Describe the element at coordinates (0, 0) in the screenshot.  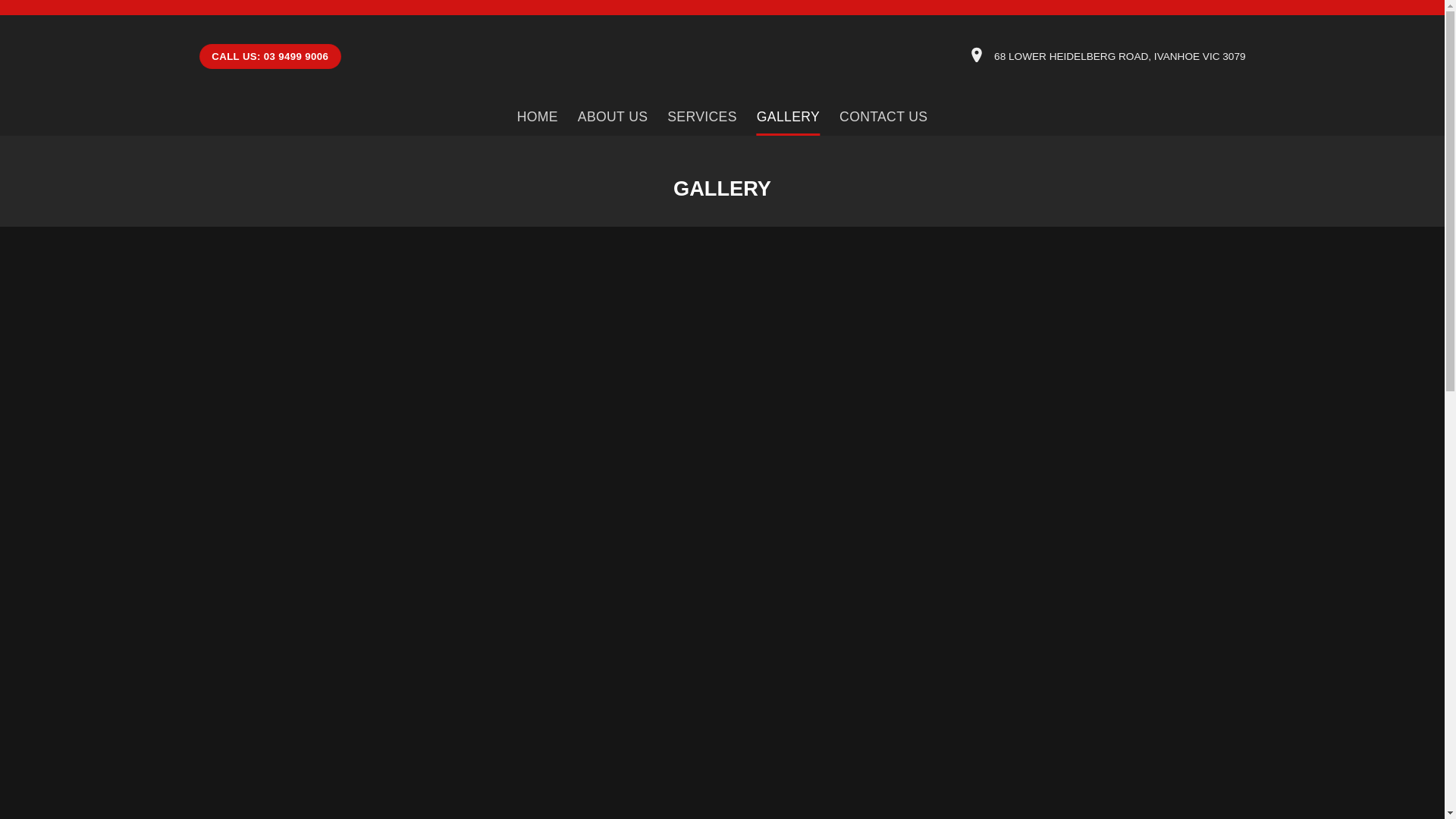
I see `'Skip to content'` at that location.